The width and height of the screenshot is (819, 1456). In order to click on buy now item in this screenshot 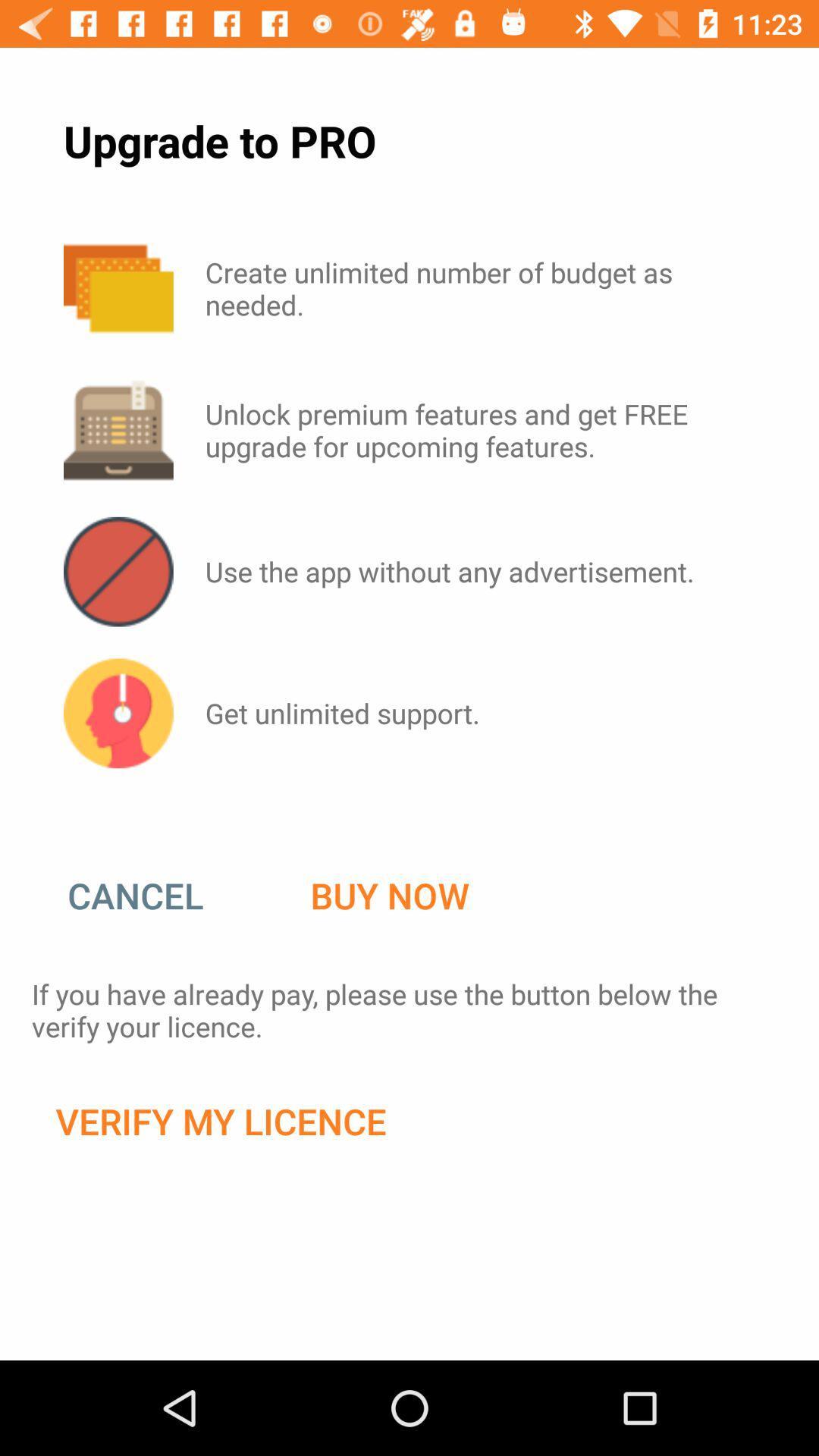, I will do `click(389, 896)`.